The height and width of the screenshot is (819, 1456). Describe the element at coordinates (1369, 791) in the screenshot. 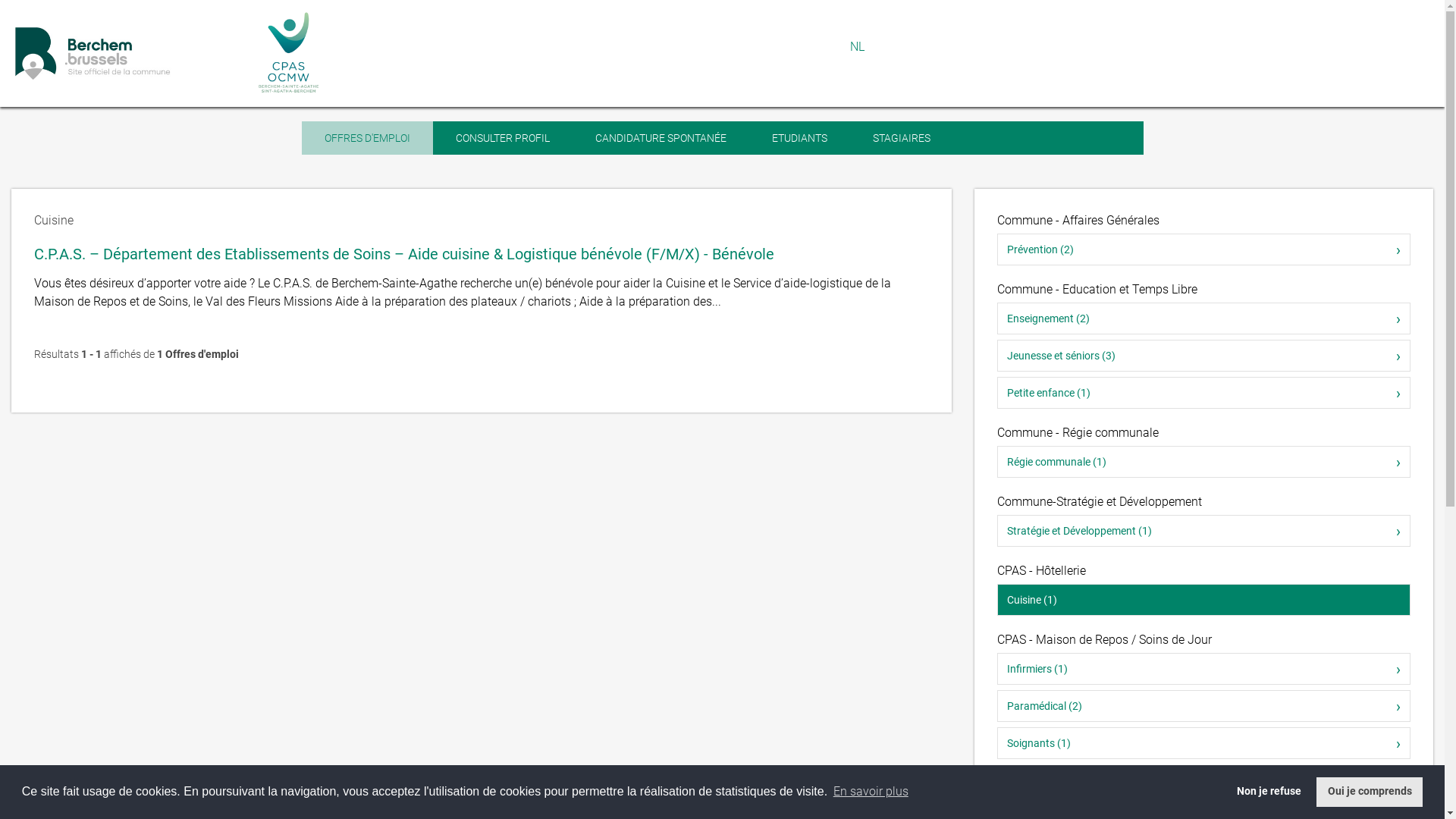

I see `'Oui je comprends'` at that location.